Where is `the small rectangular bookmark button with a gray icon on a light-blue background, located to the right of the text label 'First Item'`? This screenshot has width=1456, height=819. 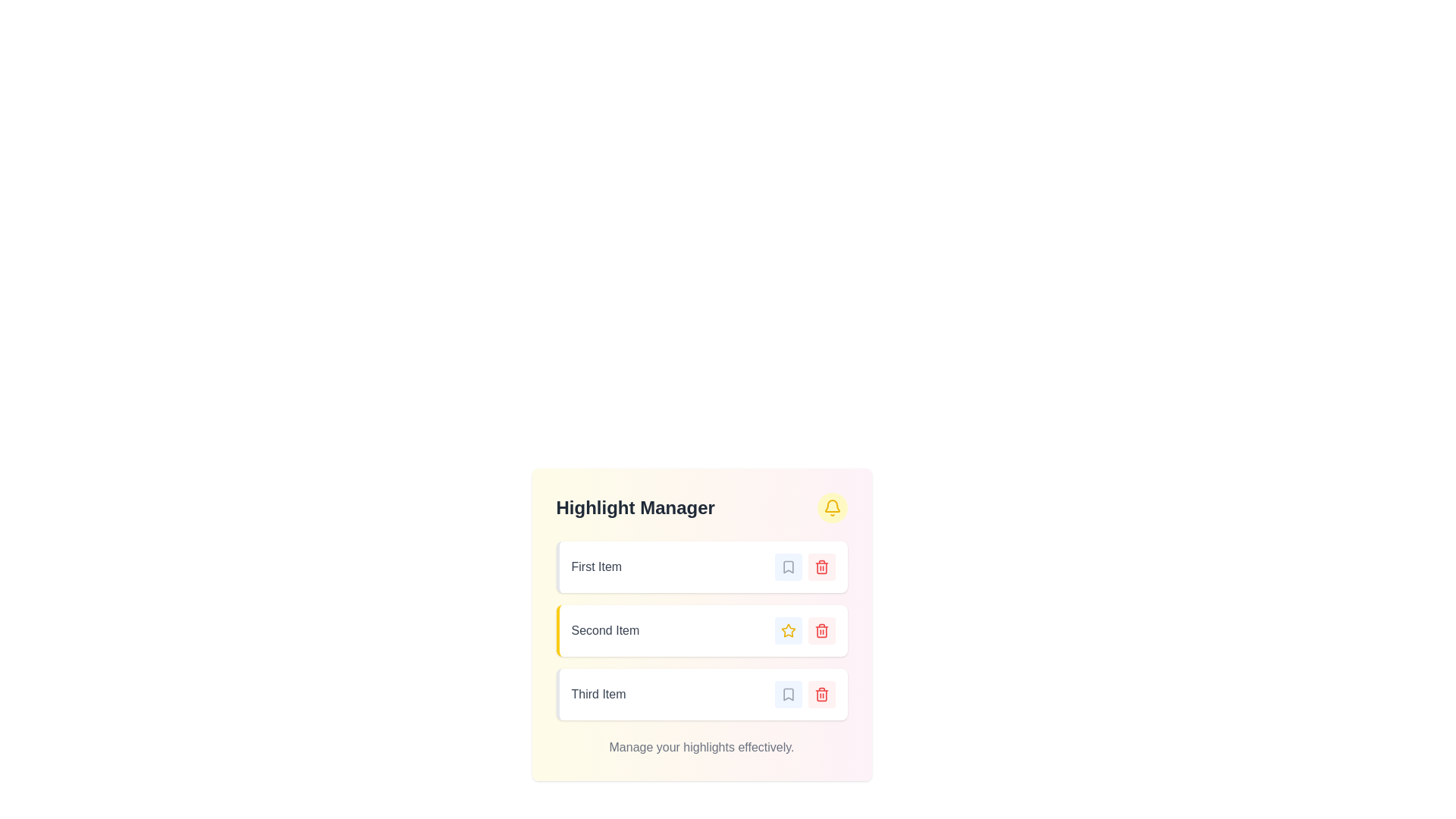
the small rectangular bookmark button with a gray icon on a light-blue background, located to the right of the text label 'First Item' is located at coordinates (788, 567).